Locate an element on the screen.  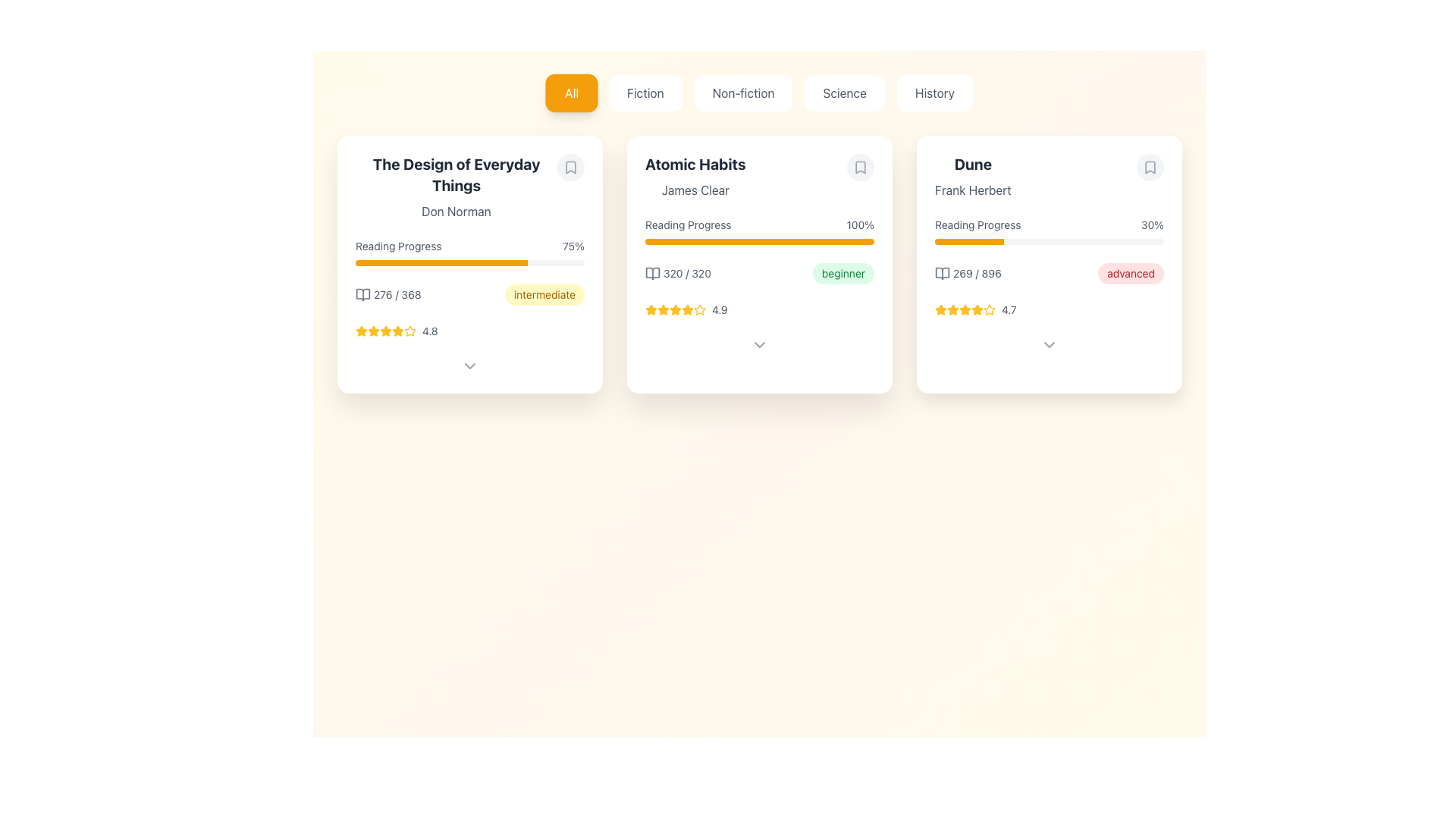
the text display element containing the bold title 'The Design of Everyday Things' and the subtitle 'Don Norman', located in the top-left corner of the card layout is located at coordinates (455, 186).